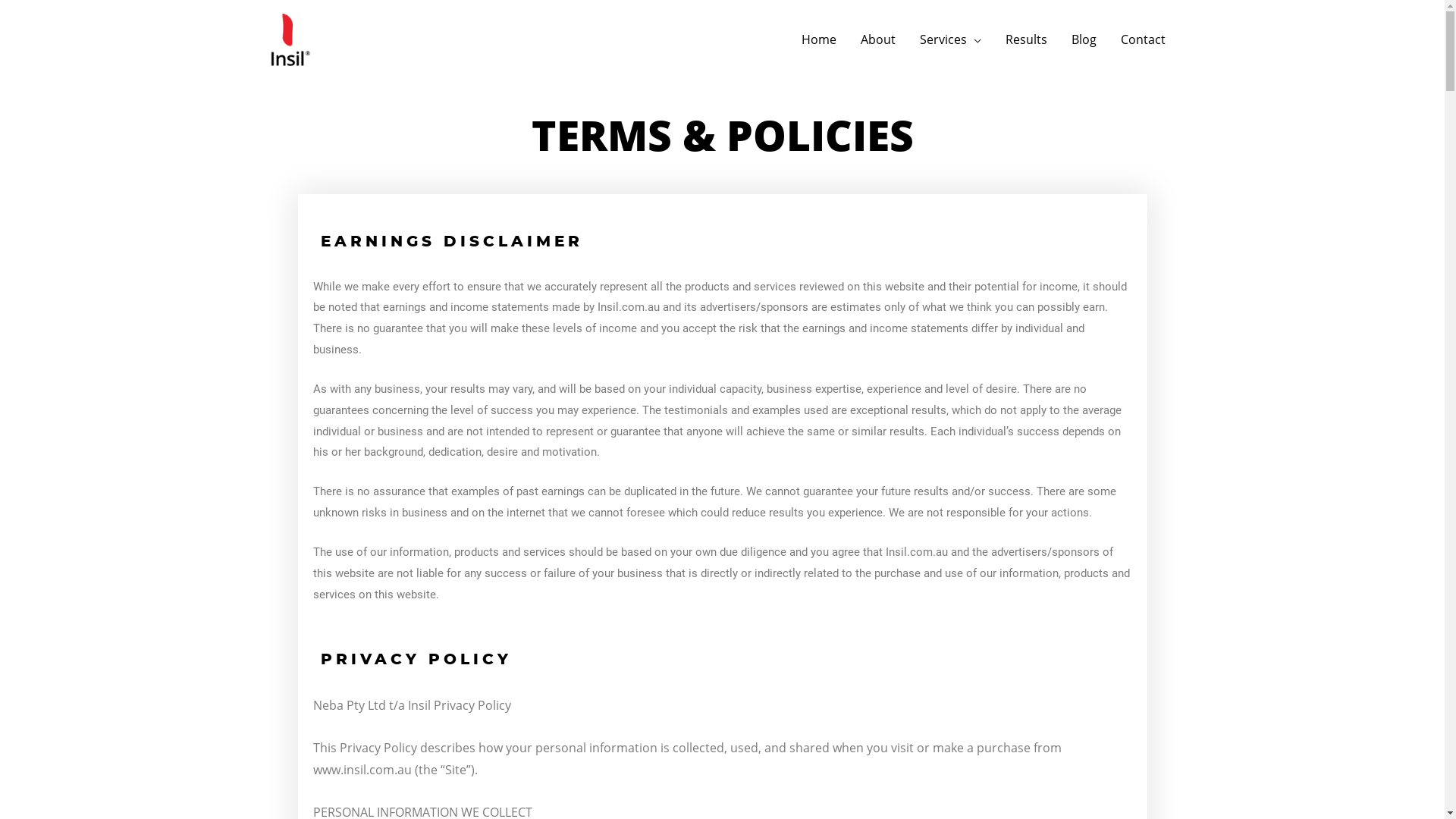  What do you see at coordinates (1026, 38) in the screenshot?
I see `'Results'` at bounding box center [1026, 38].